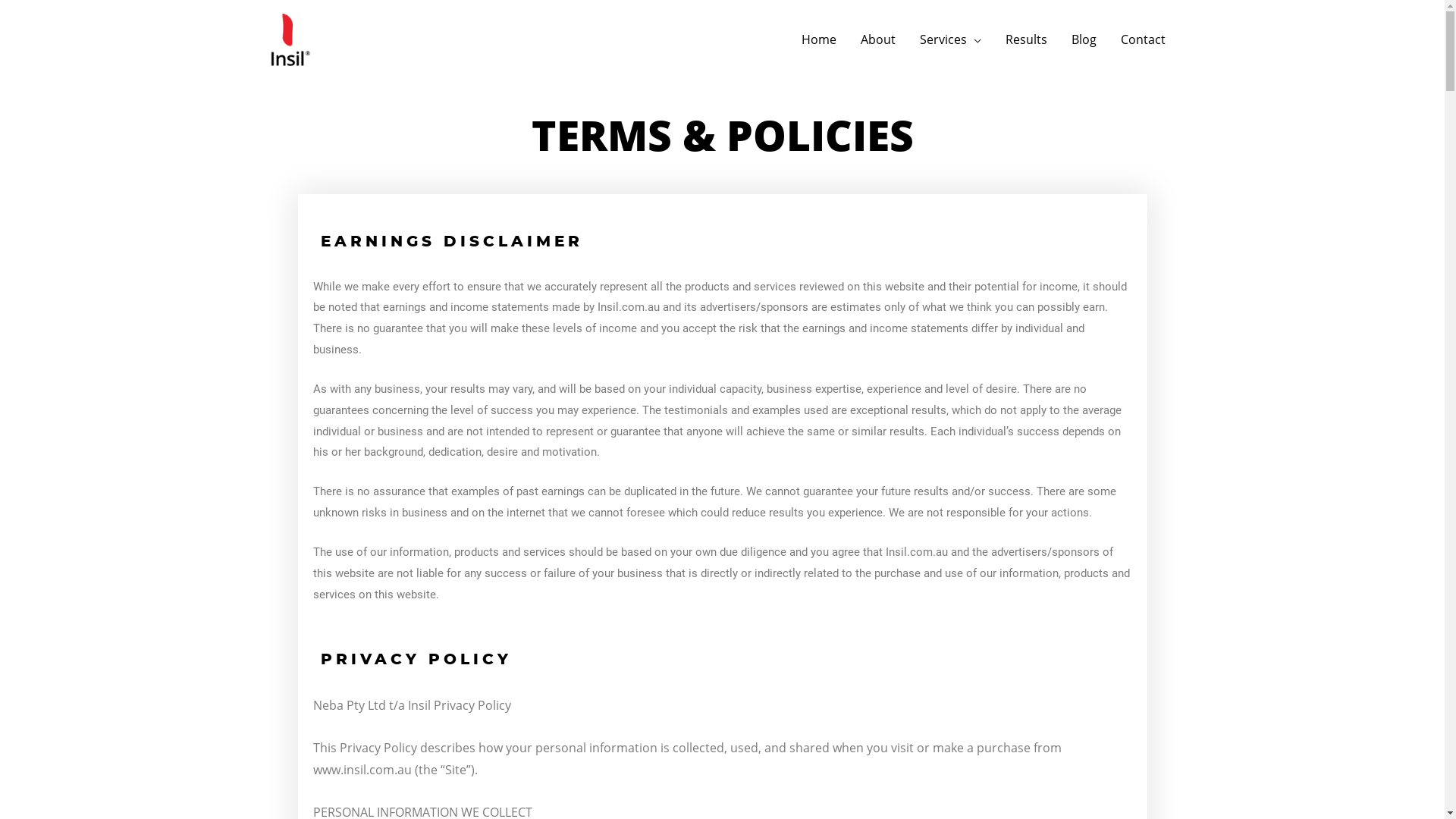  What do you see at coordinates (1026, 38) in the screenshot?
I see `'Results'` at bounding box center [1026, 38].